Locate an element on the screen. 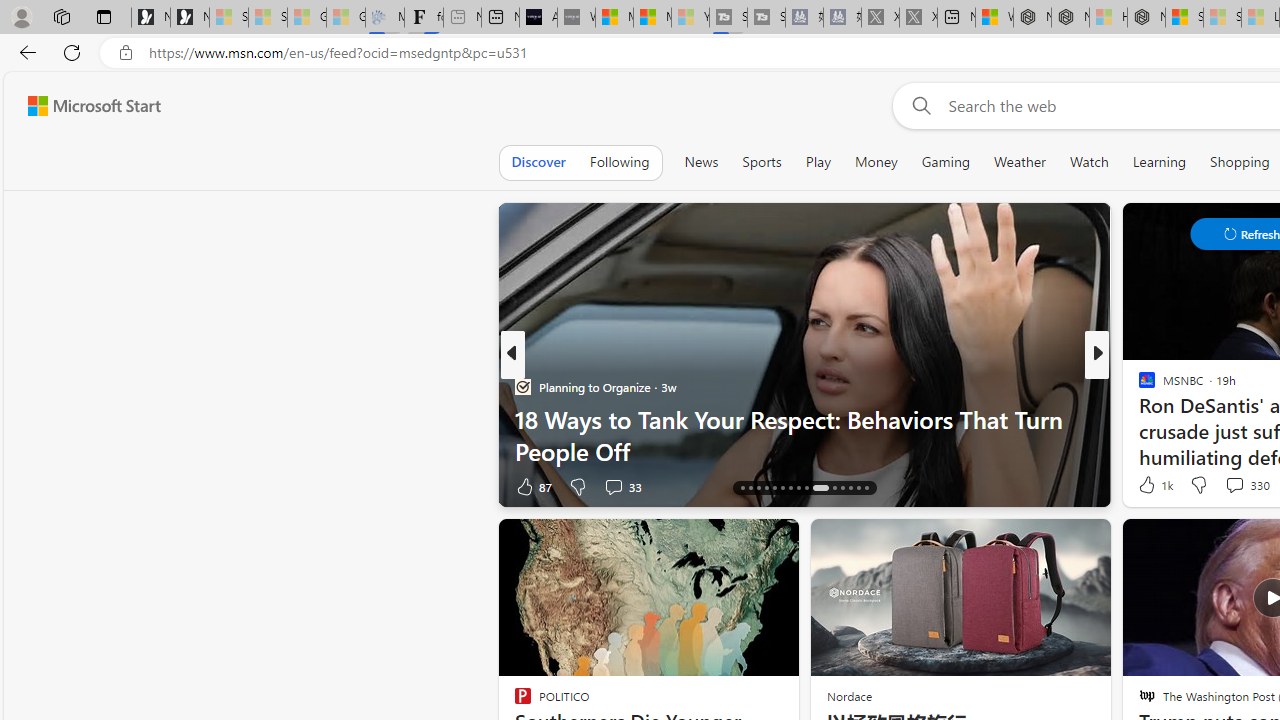 Image resolution: width=1280 pixels, height=720 pixels. 'News' is located at coordinates (701, 161).